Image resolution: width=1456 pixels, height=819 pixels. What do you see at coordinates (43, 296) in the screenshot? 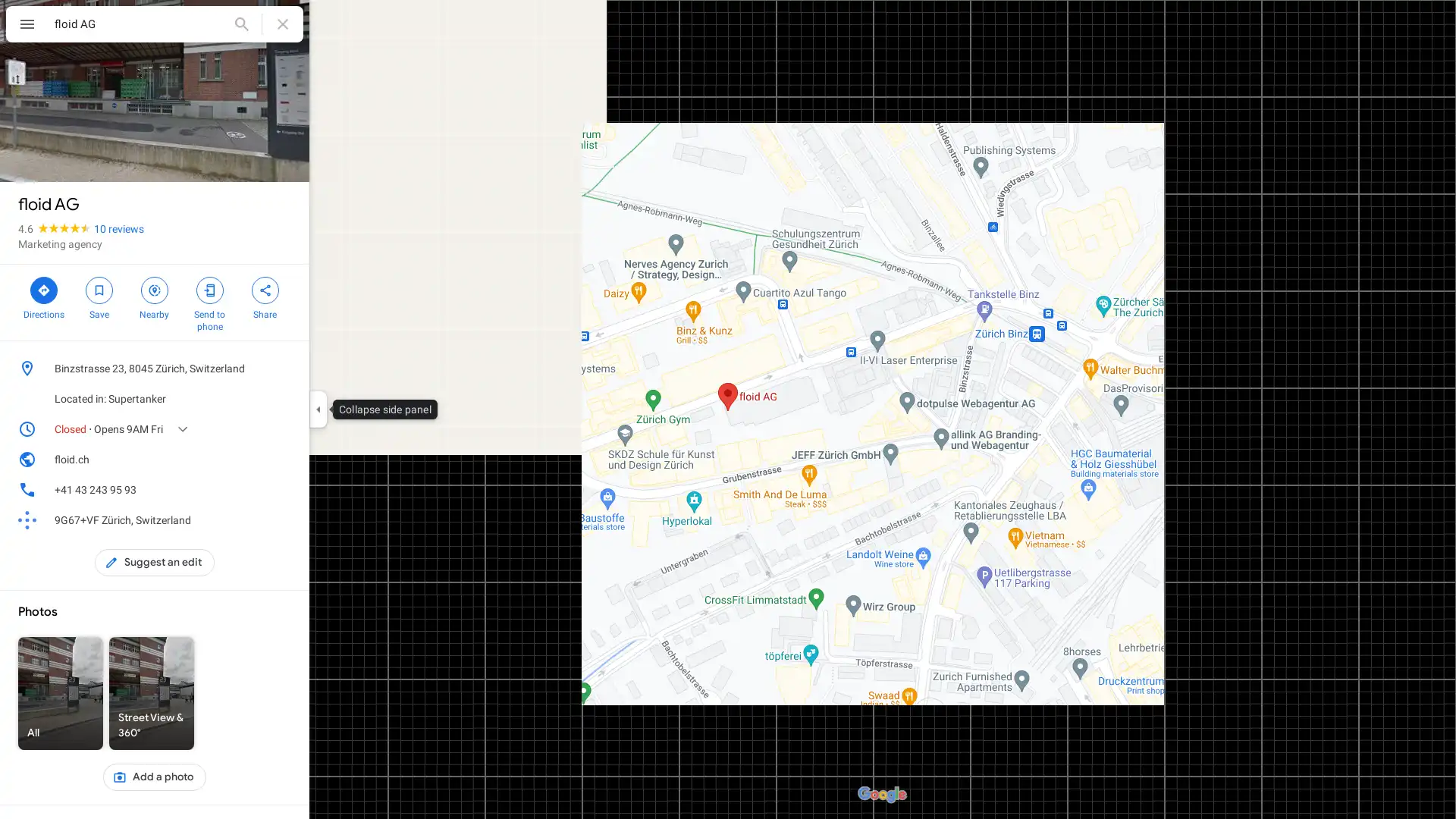
I see `Directions to floid AG` at bounding box center [43, 296].